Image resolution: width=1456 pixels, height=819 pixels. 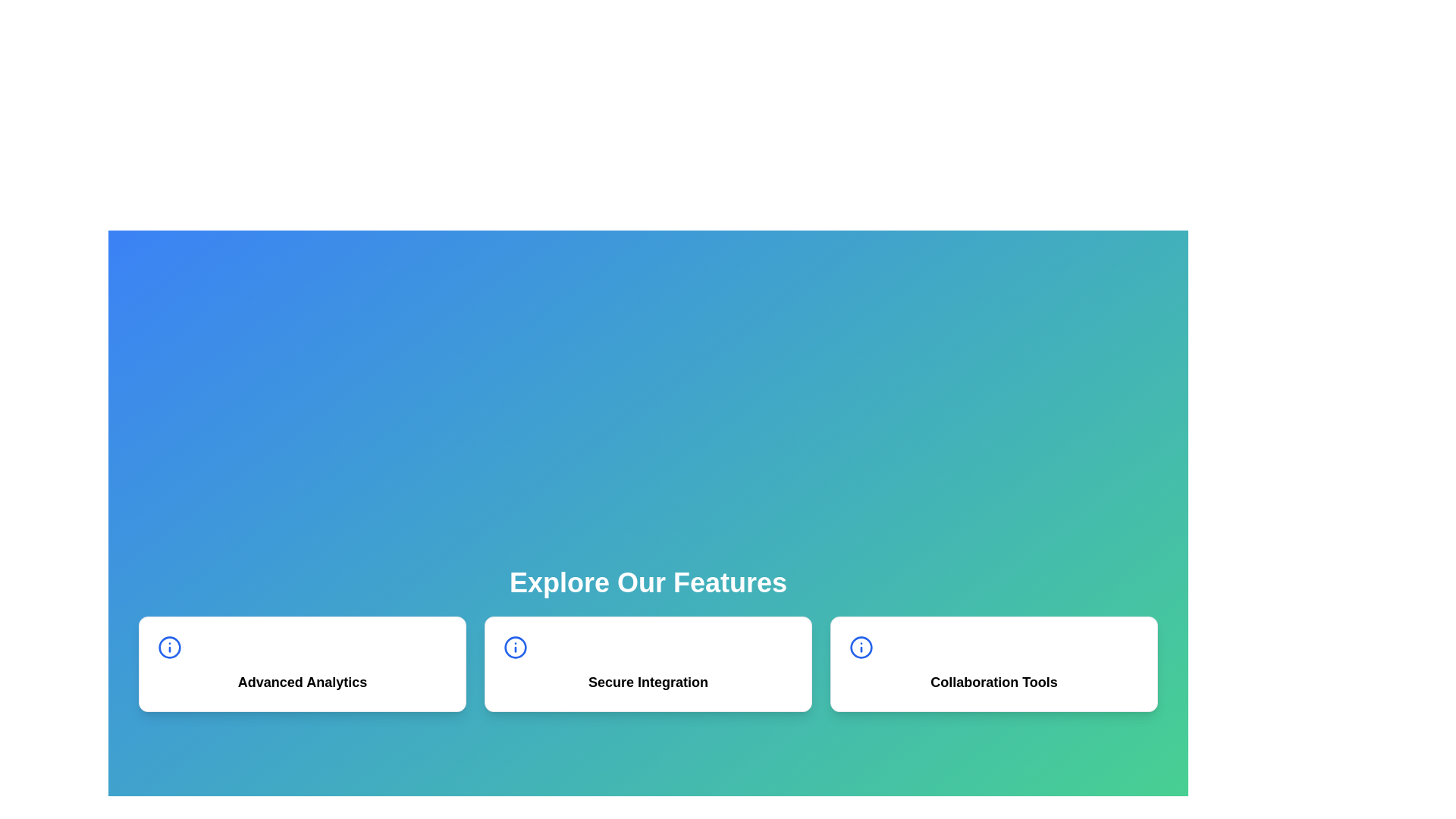 What do you see at coordinates (302, 681) in the screenshot?
I see `the heading text 'Advanced Analytics', which is styled in bold and located at the bottom of the leftmost card among three horizontally aligned cards` at bounding box center [302, 681].